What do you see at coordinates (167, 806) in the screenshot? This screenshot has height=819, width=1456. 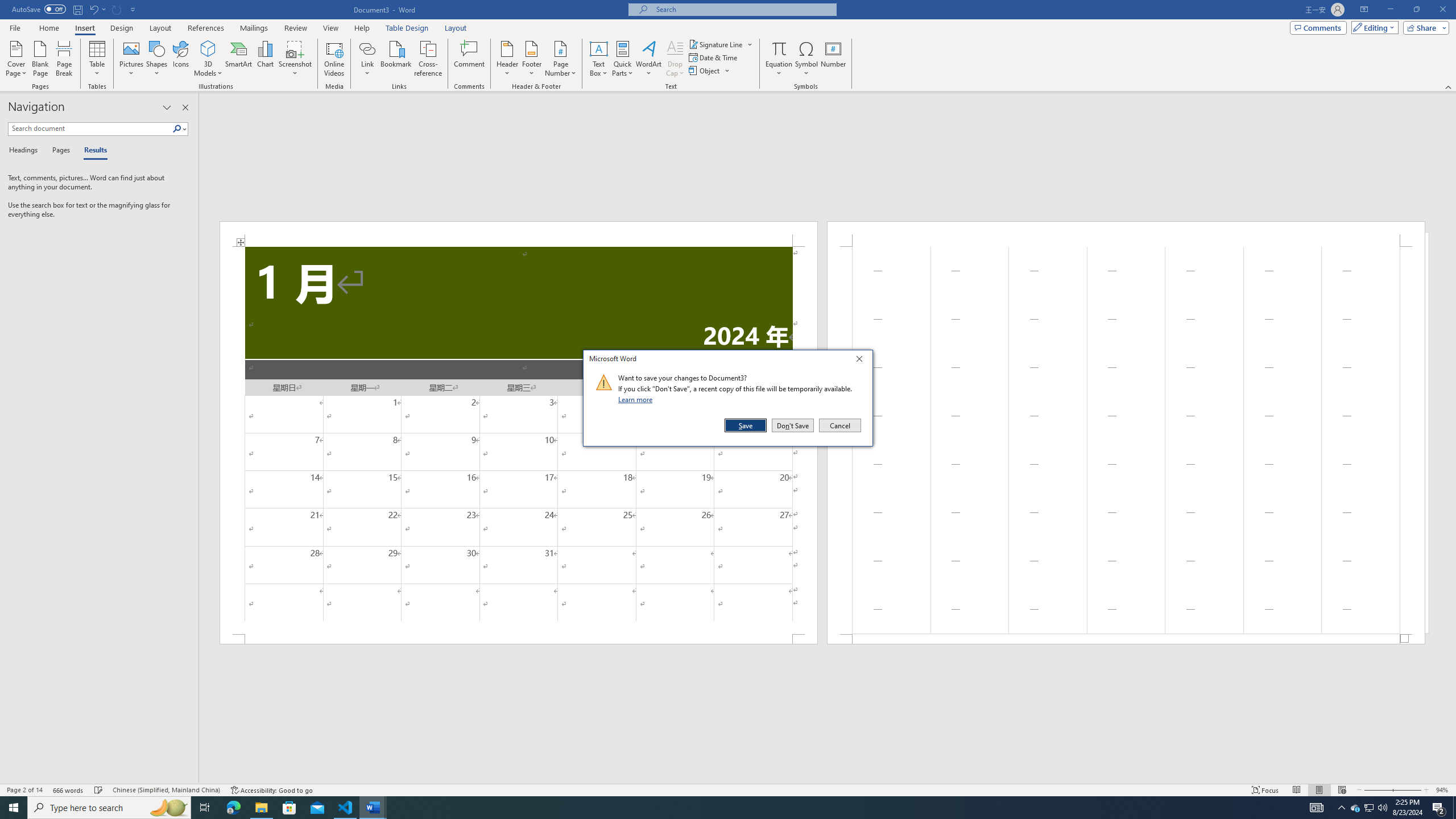 I see `'Search highlights icon opens search home window'` at bounding box center [167, 806].